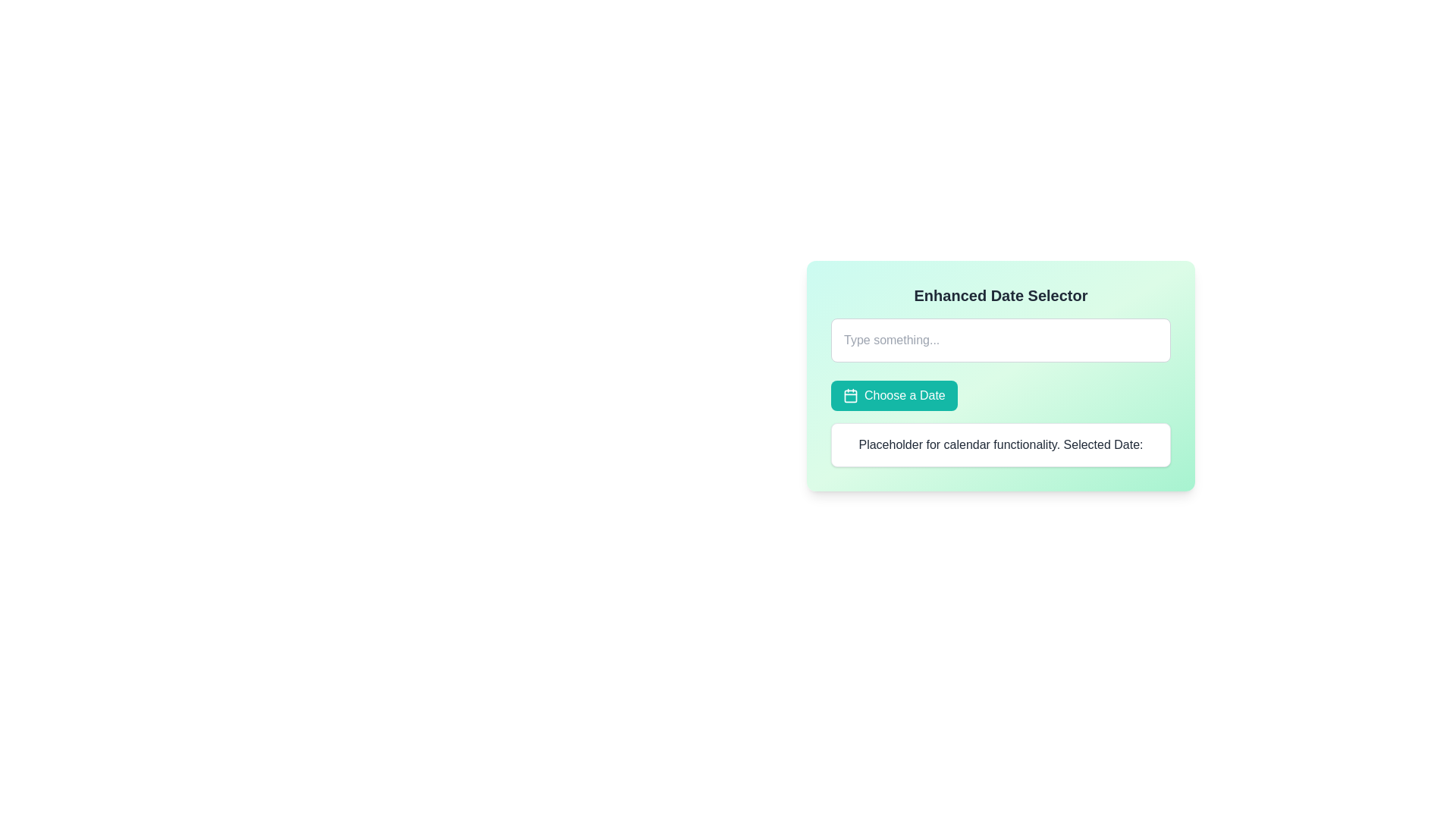 This screenshot has width=1456, height=819. What do you see at coordinates (1001, 295) in the screenshot?
I see `text from the heading text label located at the top of the card interface, positioned above the text input field and the button labeled 'Choose a Date'` at bounding box center [1001, 295].